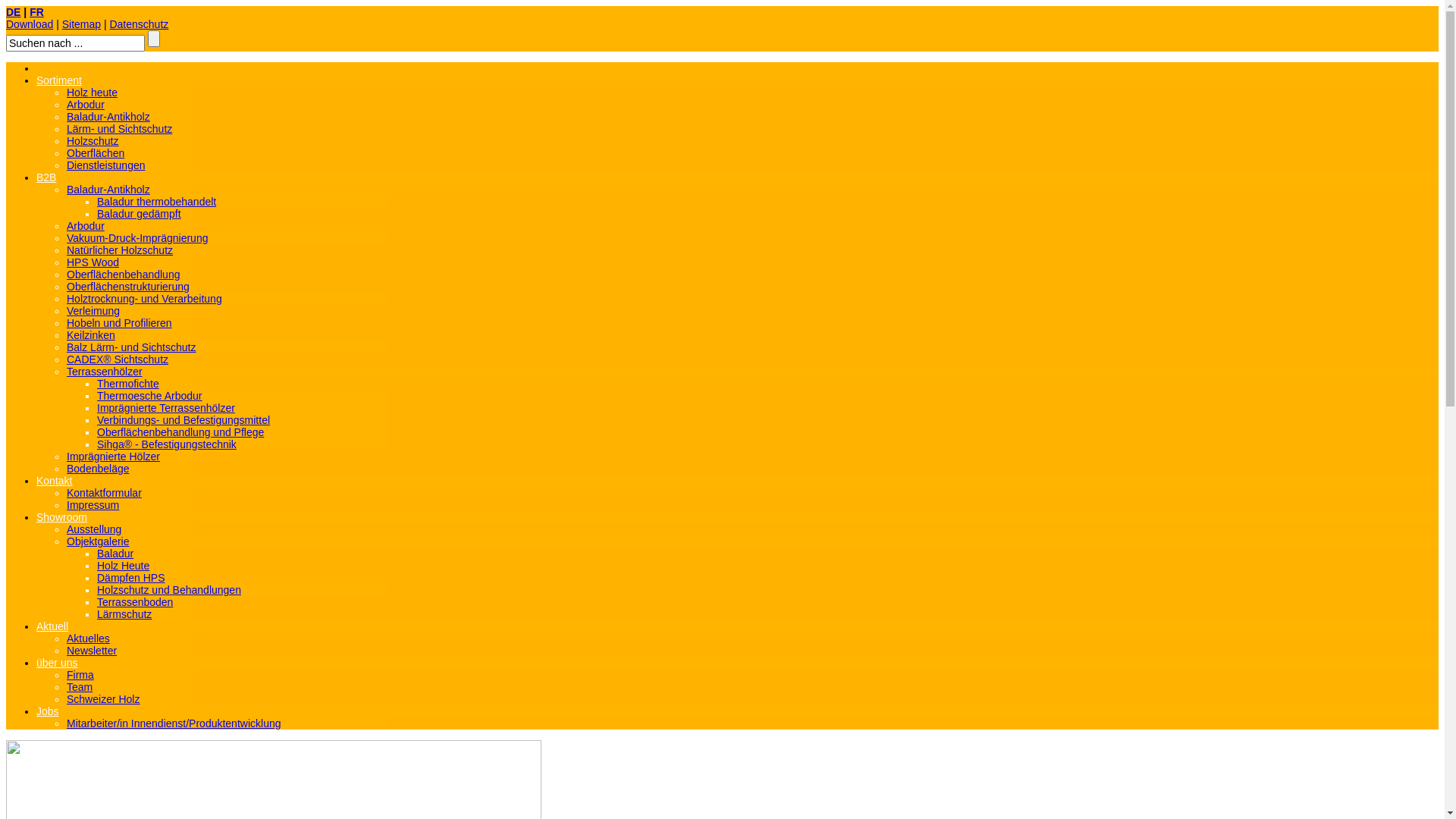 The width and height of the screenshot is (1456, 819). I want to click on 'Download', so click(29, 24).